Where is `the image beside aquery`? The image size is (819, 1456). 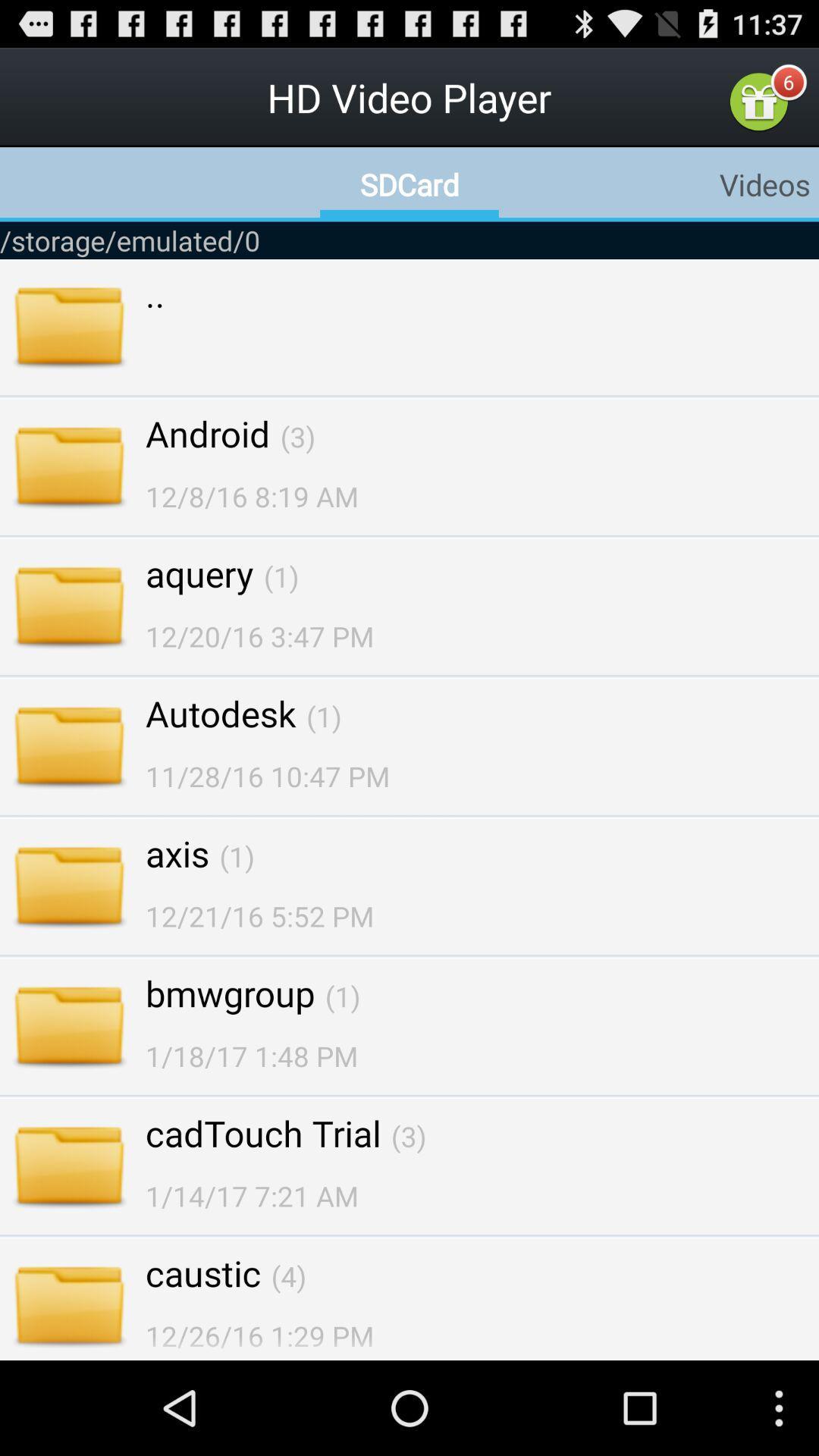
the image beside aquery is located at coordinates (70, 609).